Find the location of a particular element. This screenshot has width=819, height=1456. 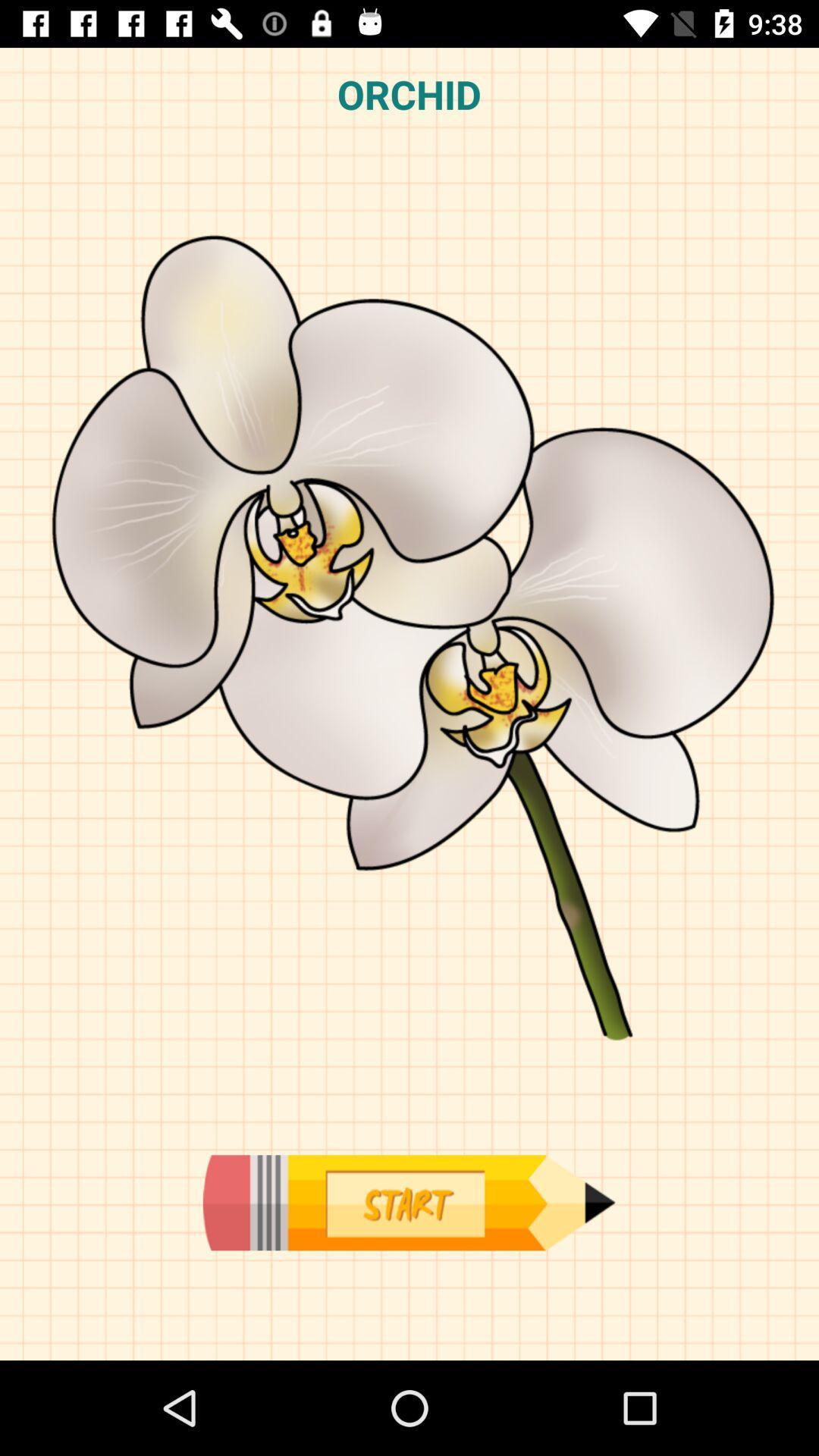

start button is located at coordinates (408, 1202).